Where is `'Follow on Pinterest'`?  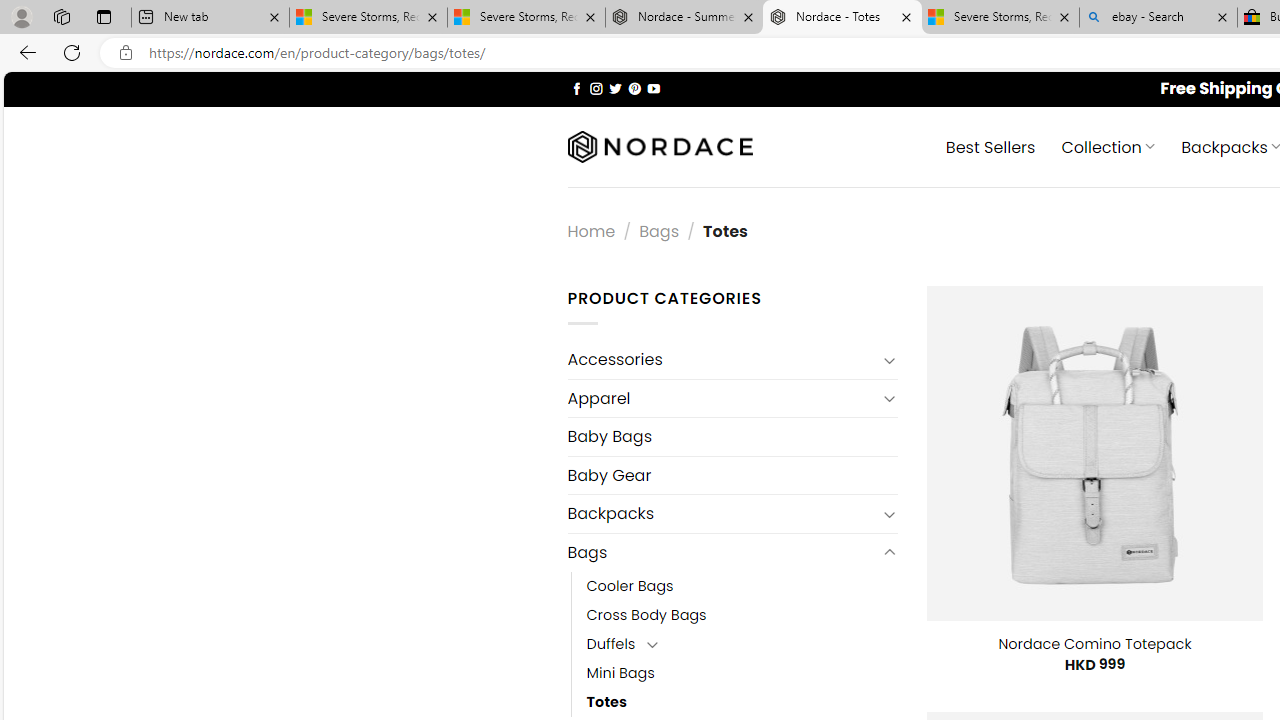 'Follow on Pinterest' is located at coordinates (633, 87).